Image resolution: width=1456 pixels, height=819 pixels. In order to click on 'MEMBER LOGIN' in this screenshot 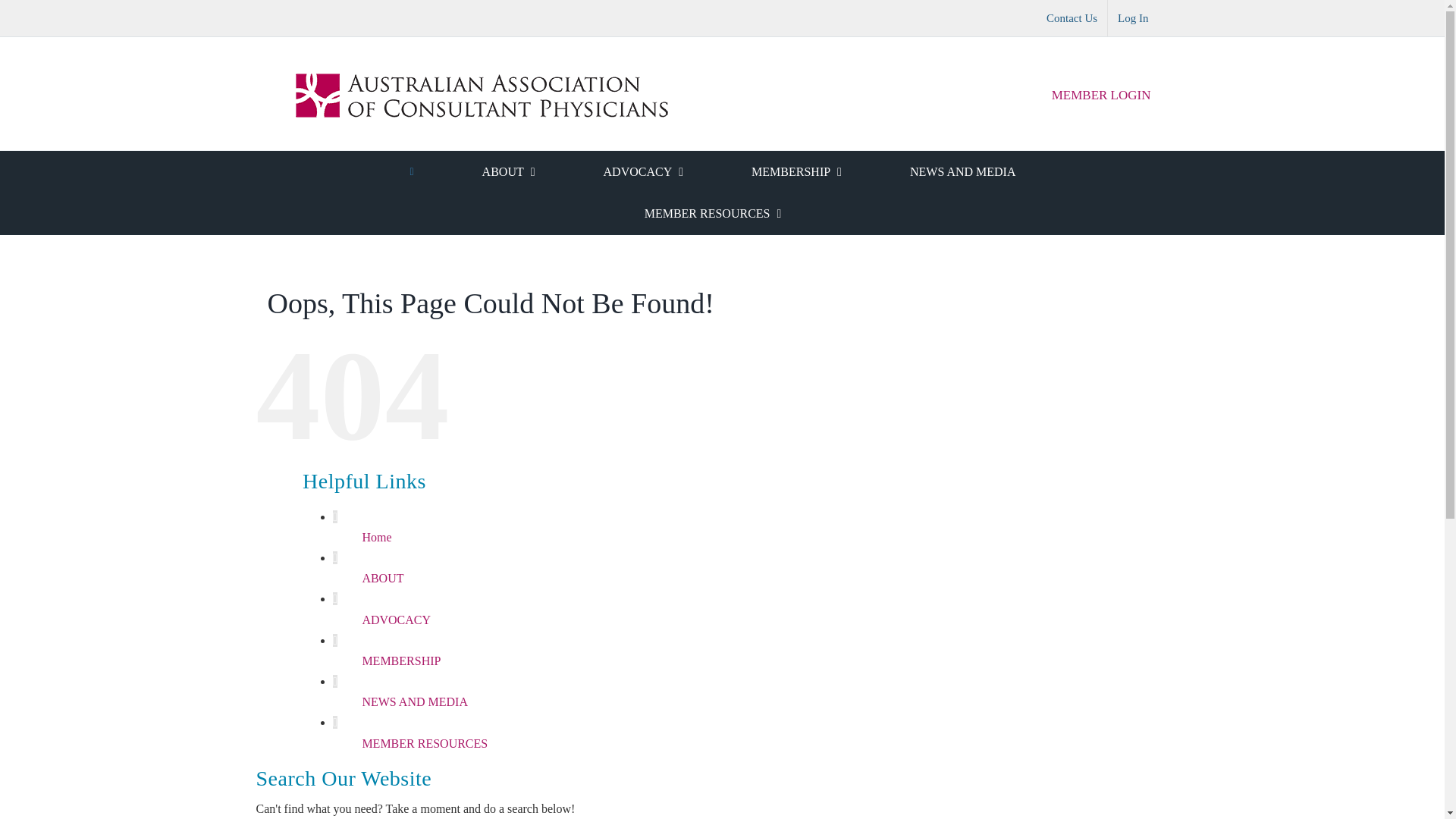, I will do `click(1101, 96)`.